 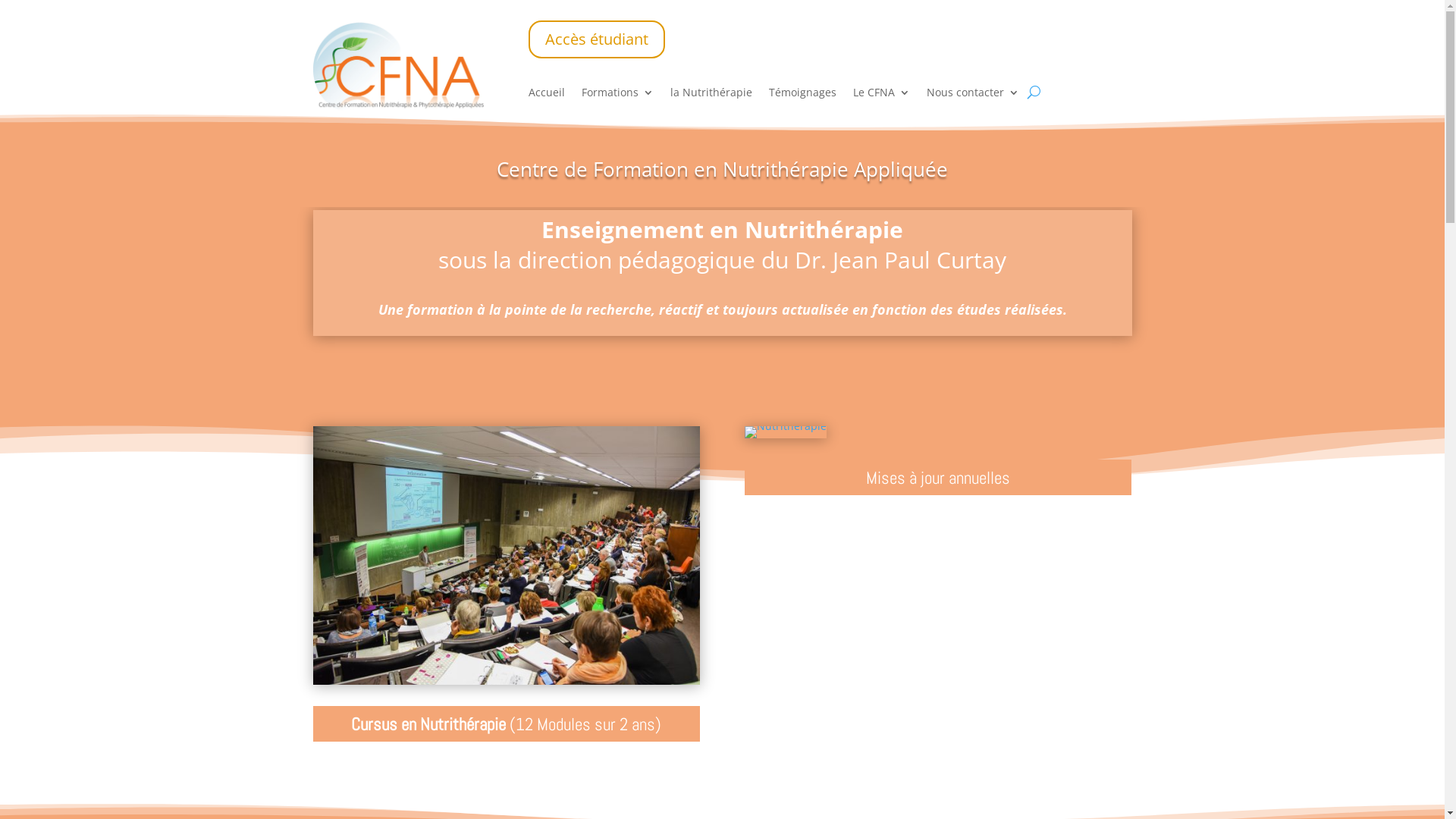 What do you see at coordinates (546, 96) in the screenshot?
I see `'Accueil'` at bounding box center [546, 96].